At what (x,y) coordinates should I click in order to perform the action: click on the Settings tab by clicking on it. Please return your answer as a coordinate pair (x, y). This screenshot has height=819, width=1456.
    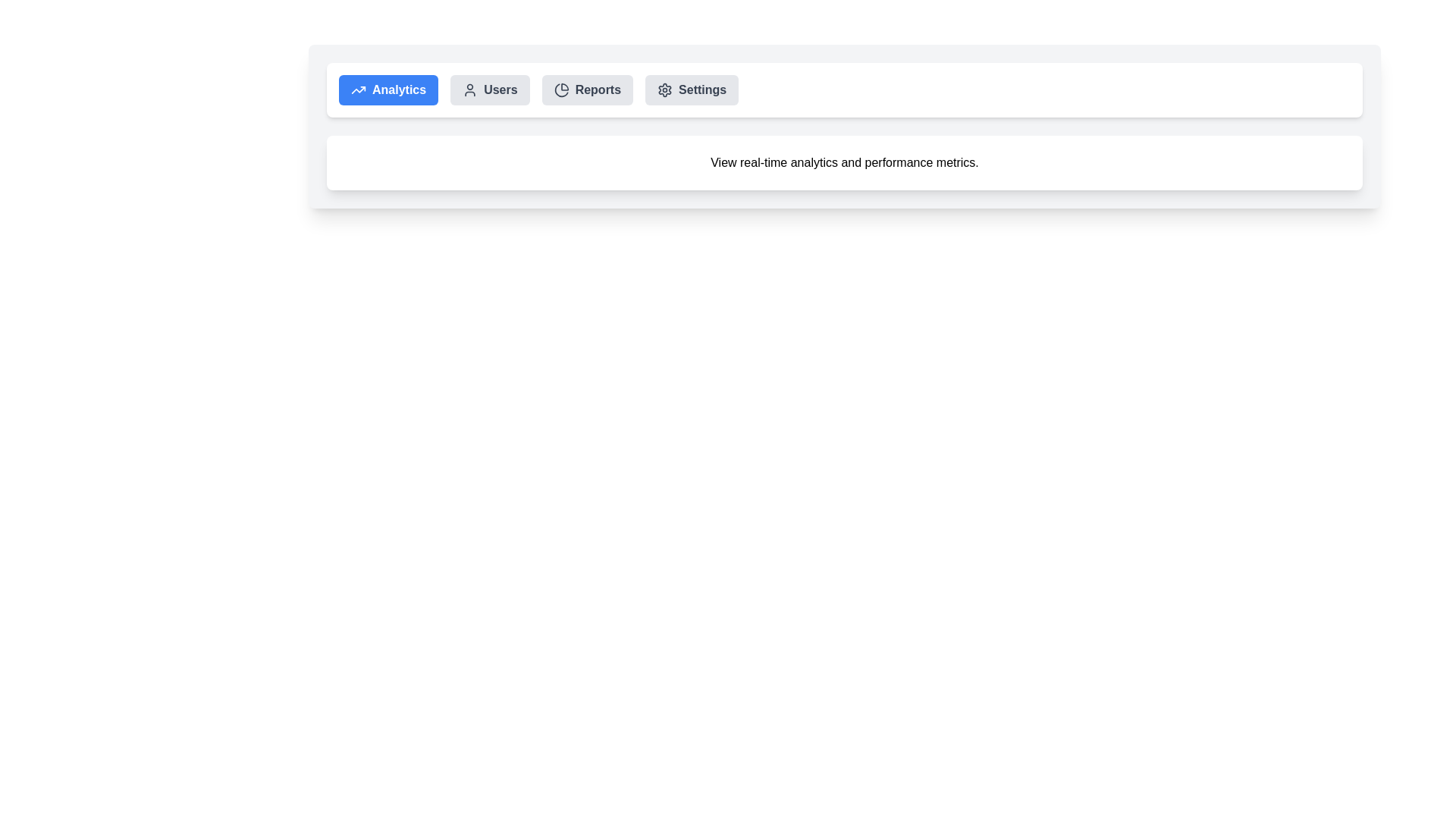
    Looking at the image, I should click on (691, 90).